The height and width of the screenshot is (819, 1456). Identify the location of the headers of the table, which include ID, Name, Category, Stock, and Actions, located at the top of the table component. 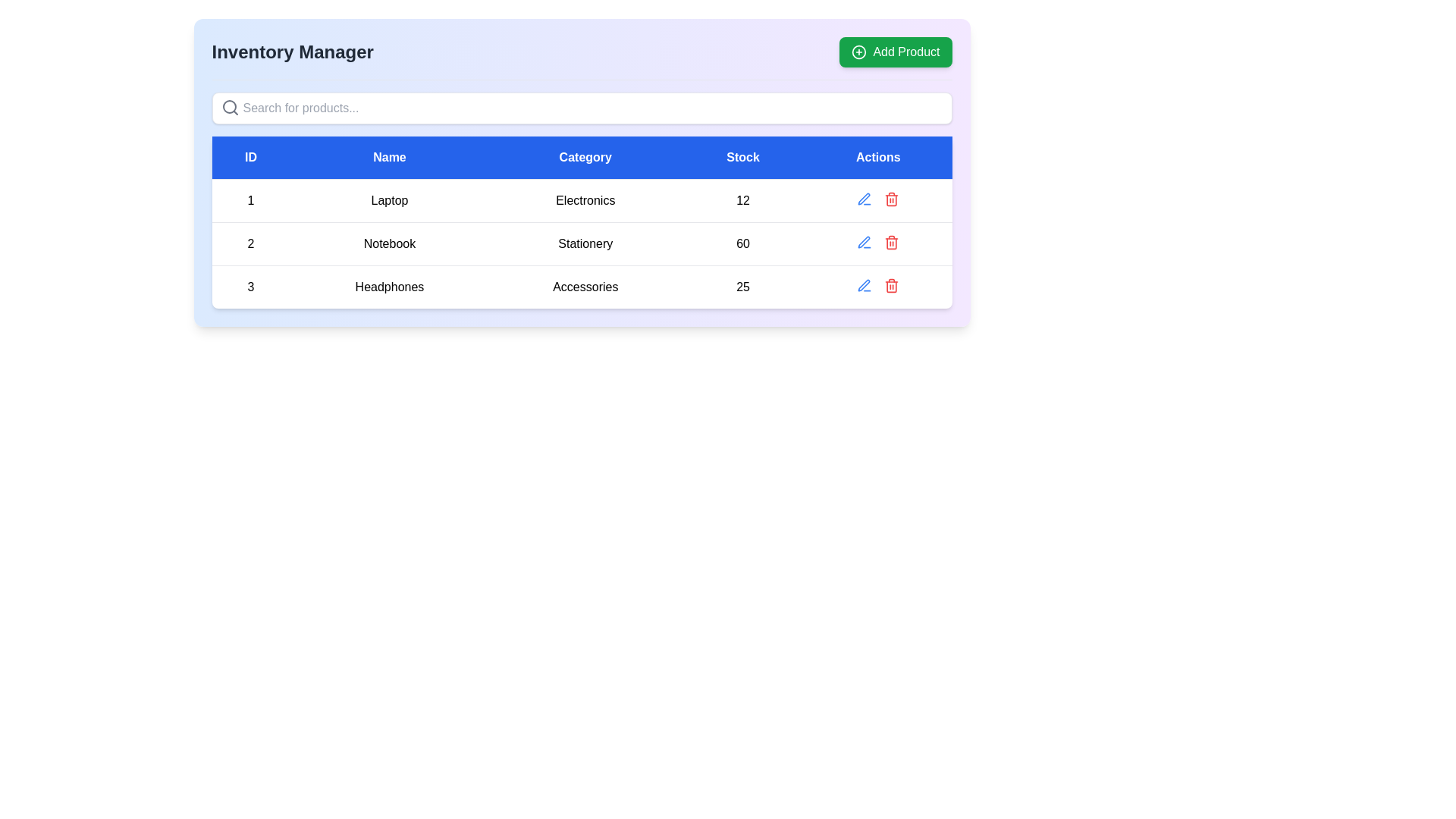
(581, 158).